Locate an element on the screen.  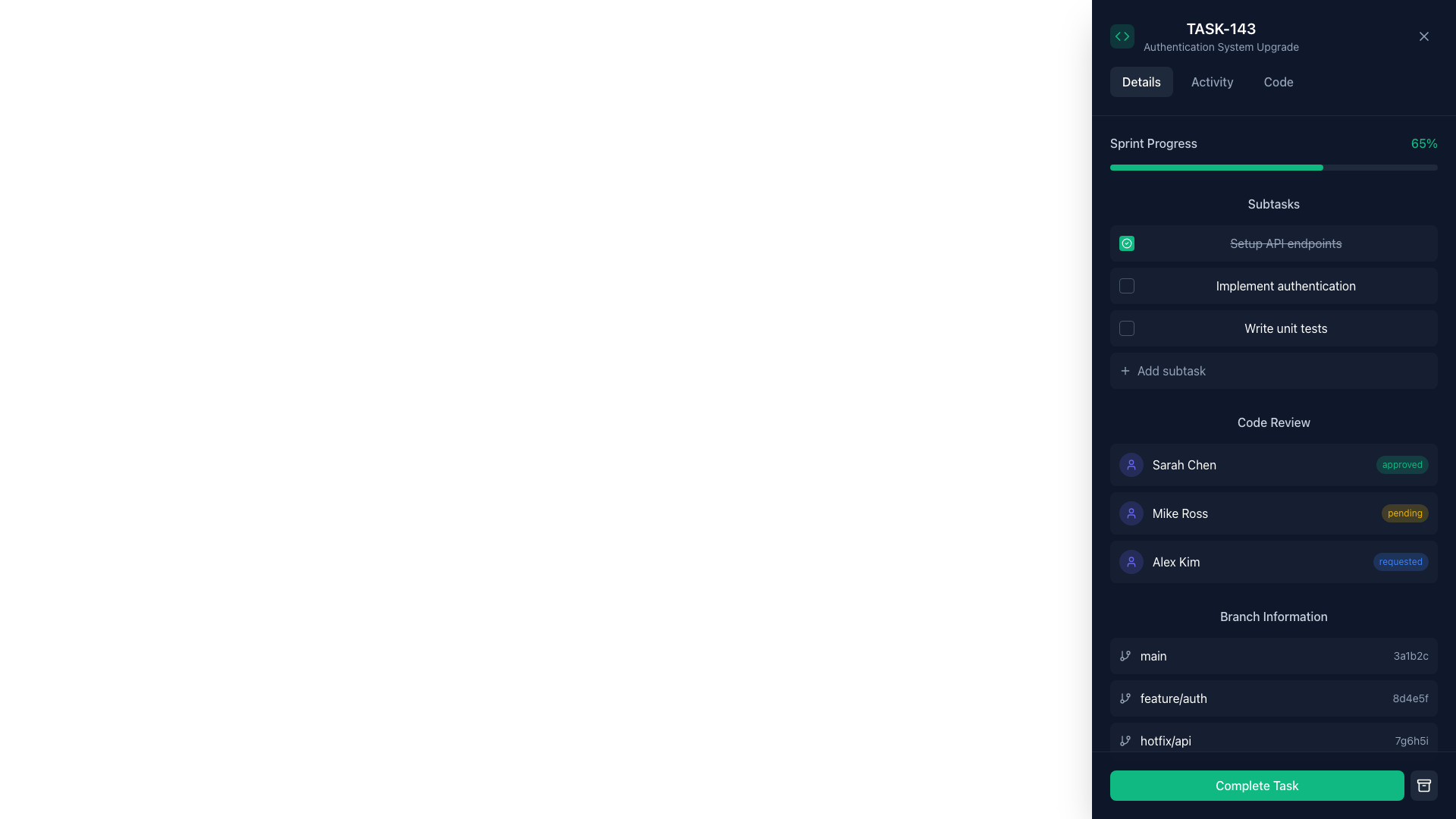
the 'Code' tab button in the task management interface to change its appearance is located at coordinates (1278, 82).